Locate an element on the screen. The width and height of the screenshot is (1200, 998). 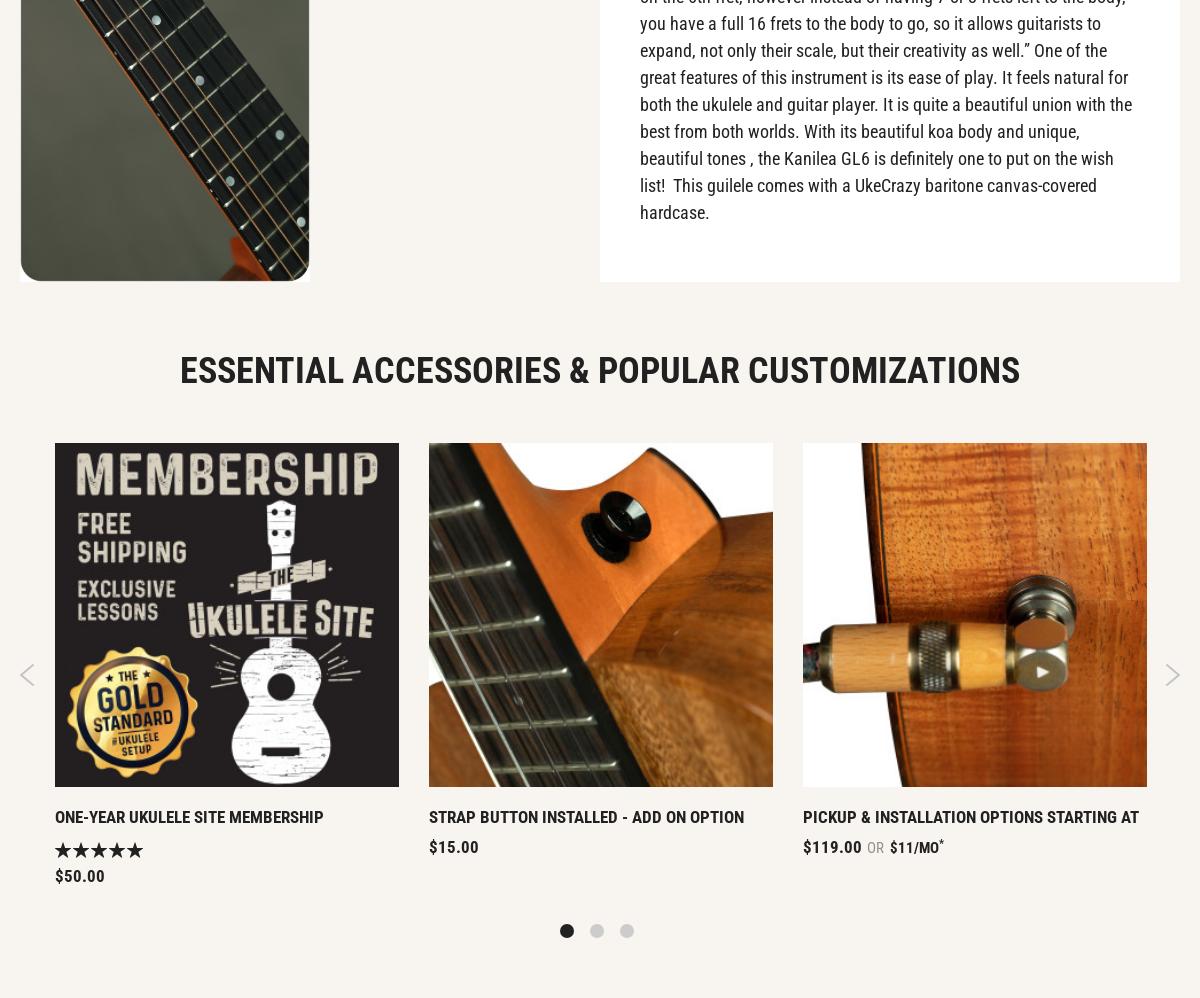
'Made In Hawaii' is located at coordinates (741, 266).